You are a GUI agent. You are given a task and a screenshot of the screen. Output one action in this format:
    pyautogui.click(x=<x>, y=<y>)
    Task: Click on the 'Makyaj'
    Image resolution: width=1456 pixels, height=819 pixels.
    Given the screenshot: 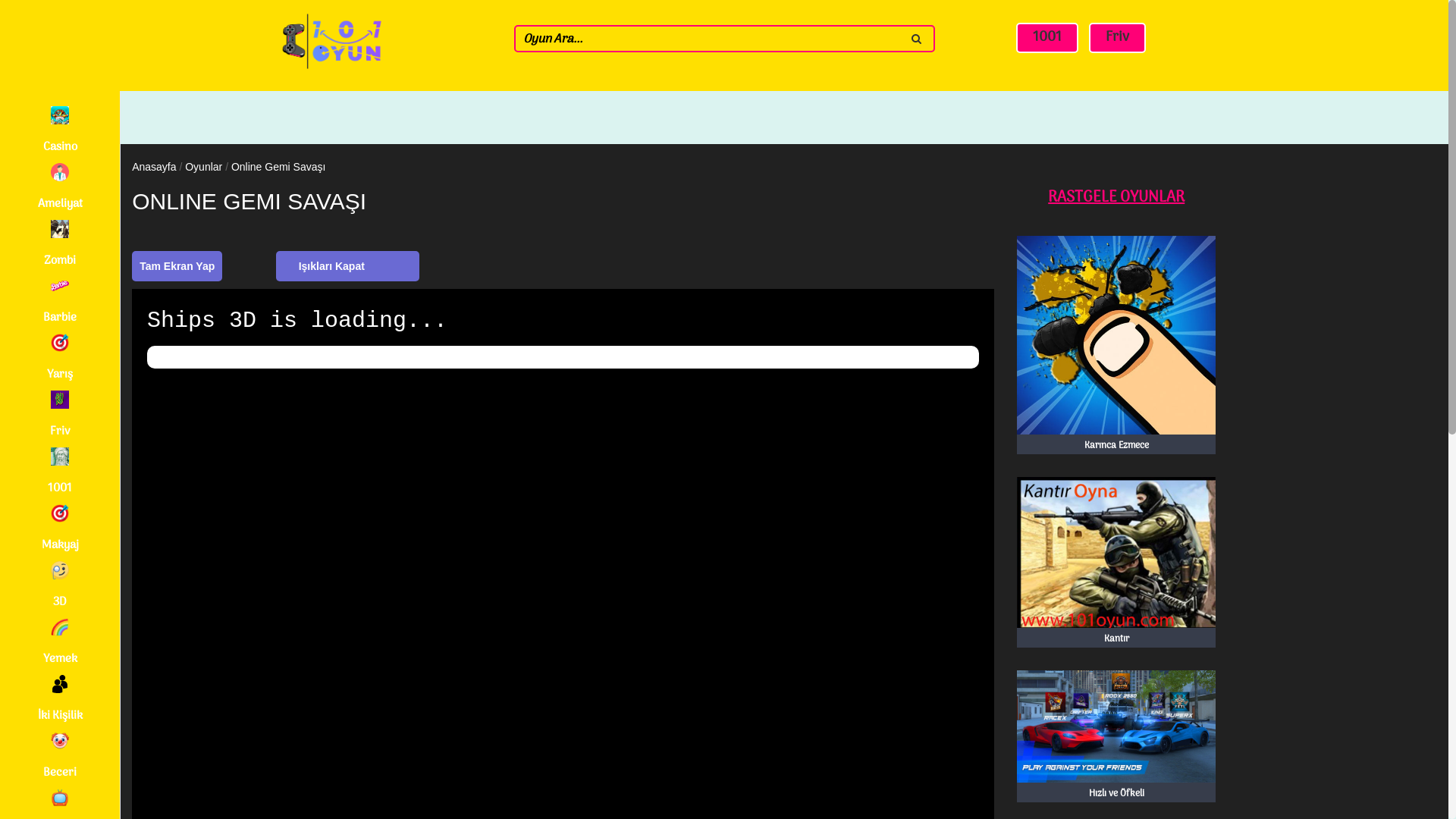 What is the action you would take?
    pyautogui.click(x=59, y=529)
    